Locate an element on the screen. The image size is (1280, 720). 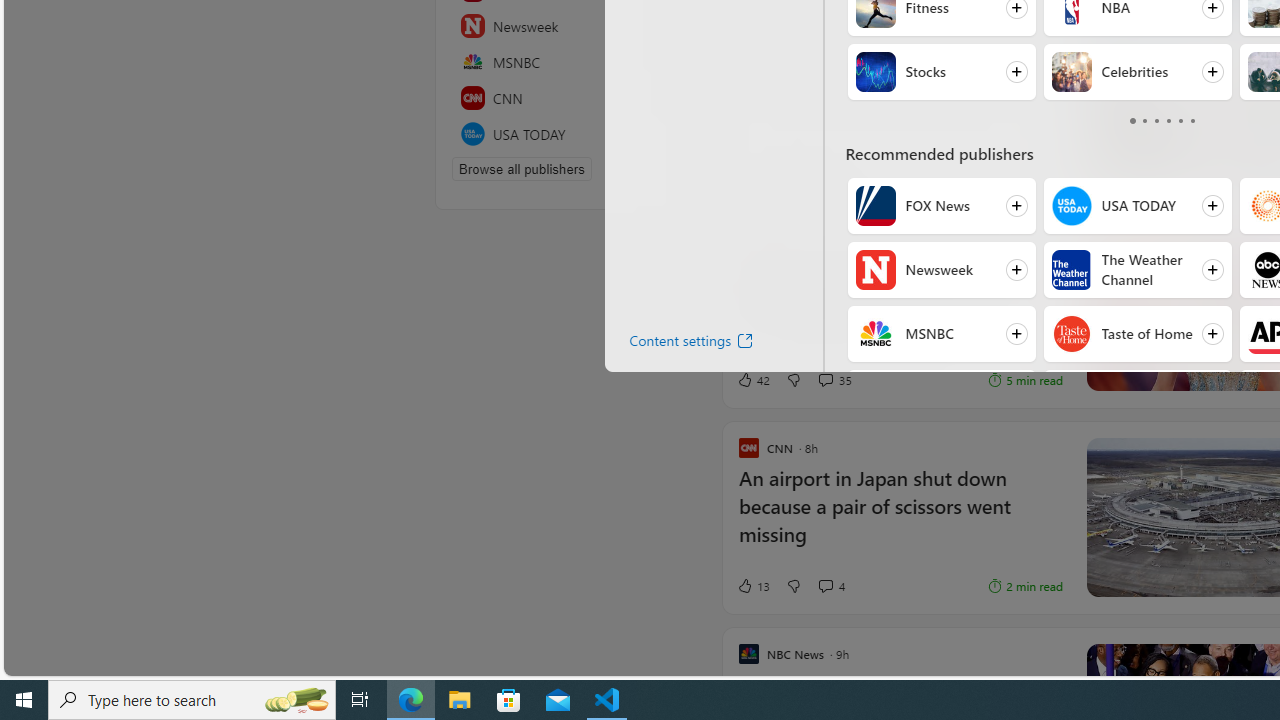
'Newsweek' is located at coordinates (875, 270).